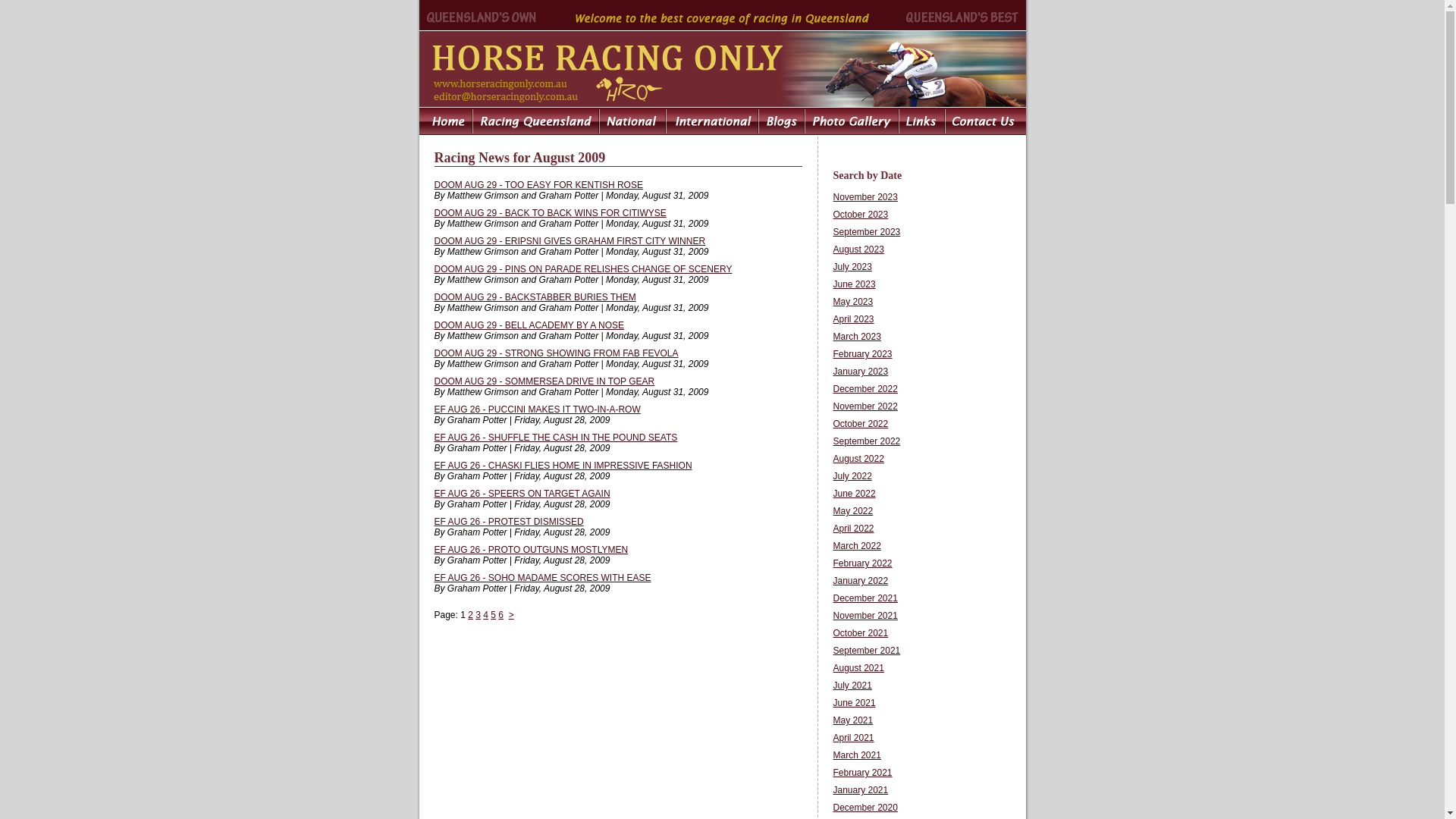 This screenshot has height=819, width=1456. What do you see at coordinates (866, 441) in the screenshot?
I see `'September 2022'` at bounding box center [866, 441].